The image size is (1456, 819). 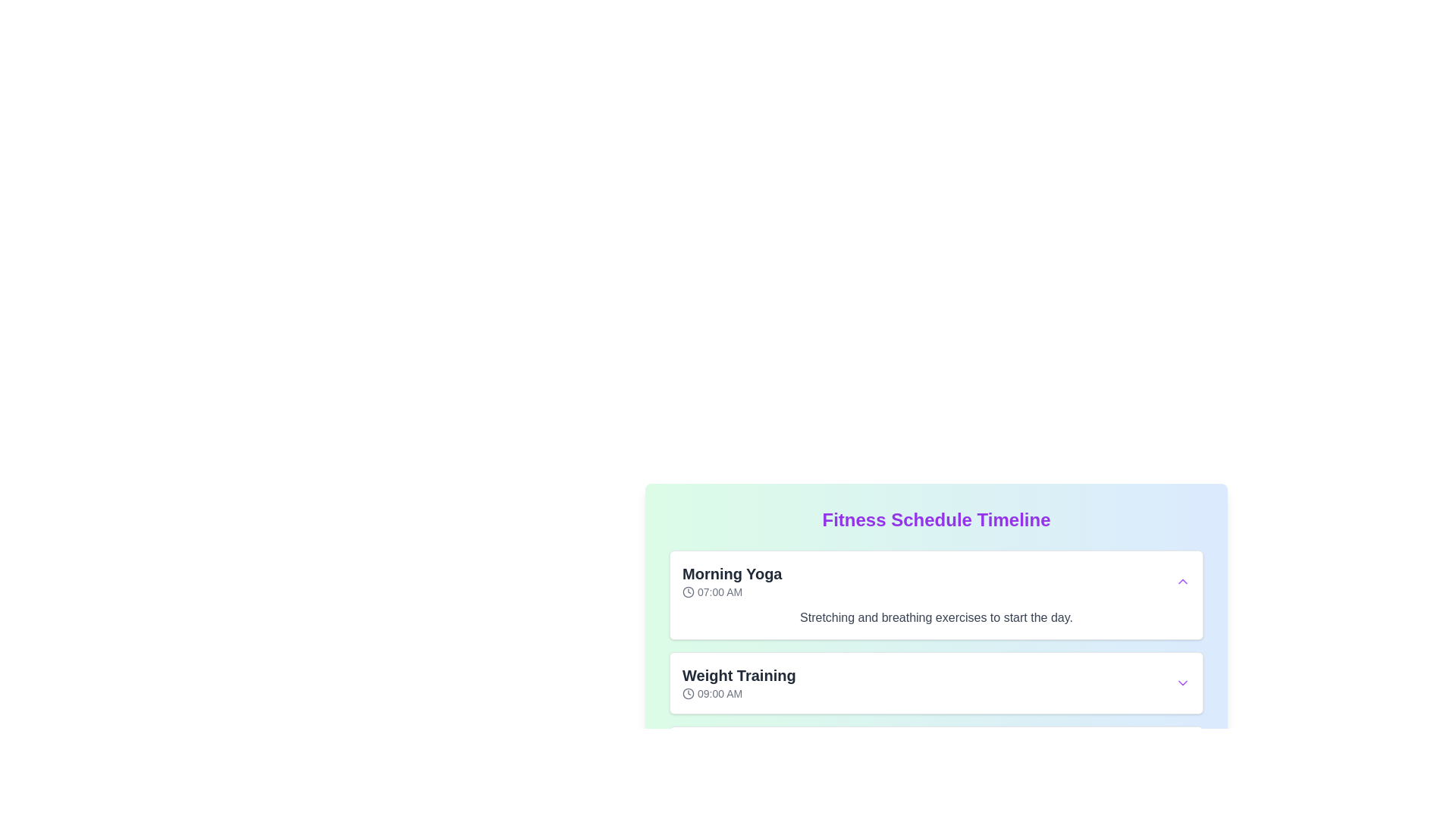 What do you see at coordinates (732, 591) in the screenshot?
I see `the time label '07:00 AM' with a clock icon, which is part of the 'Morning Yoga' block located below its title` at bounding box center [732, 591].